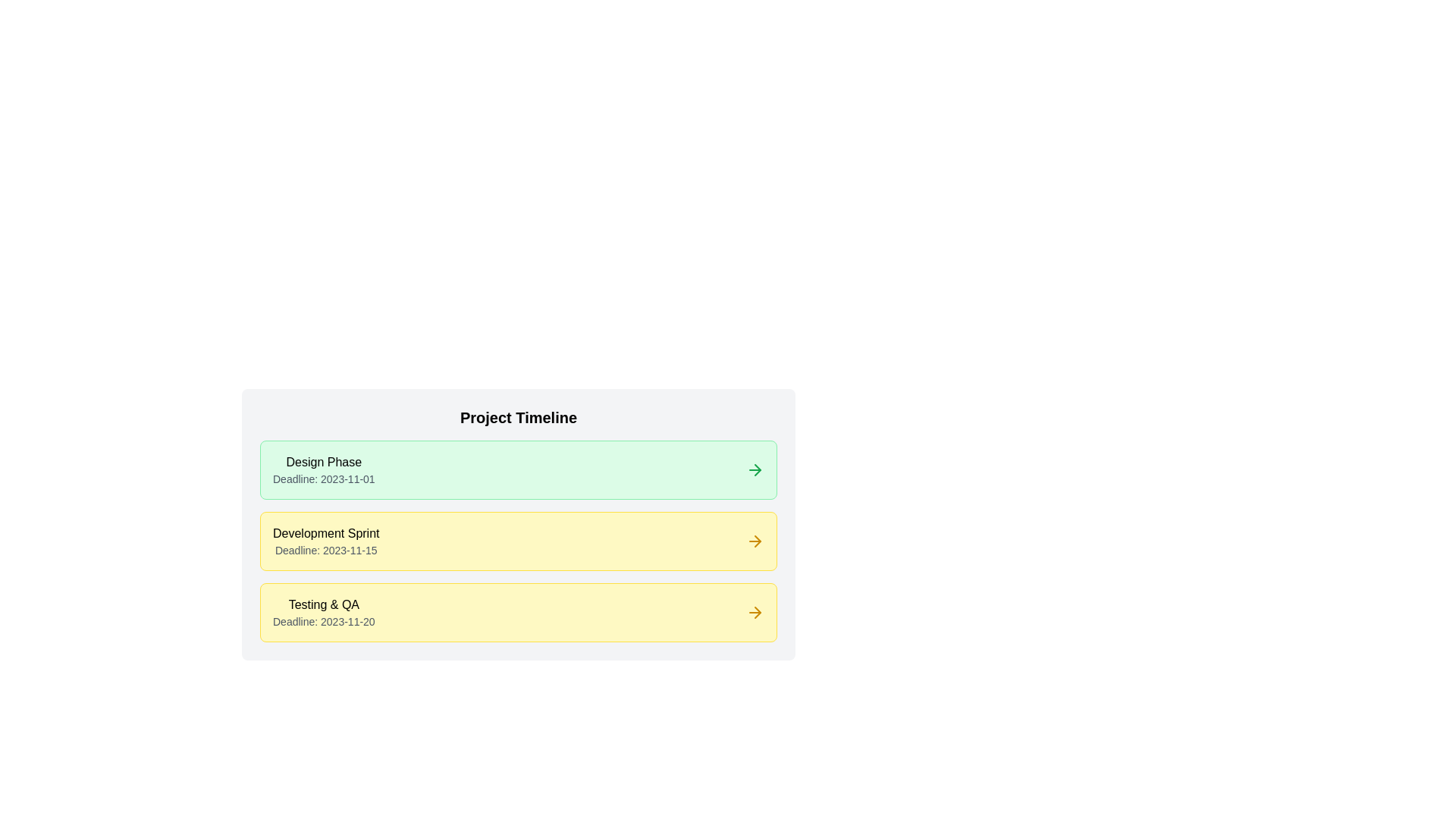 This screenshot has width=1456, height=819. Describe the element at coordinates (323, 611) in the screenshot. I see `displayed text from the 'Testing & QA' label located in the bottom section of the yellow card, which is the third card in the vertically stacked list under the 'Project Timeline' heading` at that location.